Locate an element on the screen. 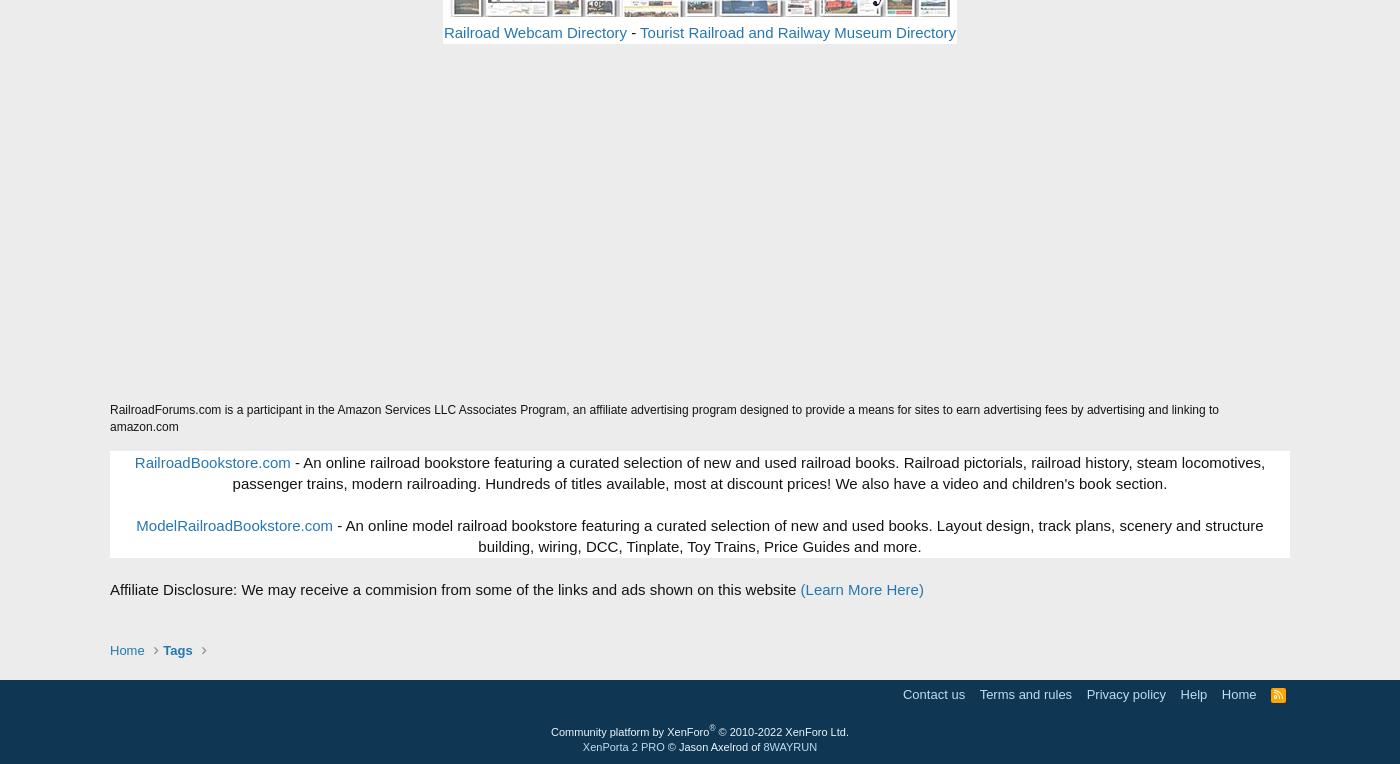 The width and height of the screenshot is (1400, 764). '© Jason Axelrod of' is located at coordinates (712, 745).